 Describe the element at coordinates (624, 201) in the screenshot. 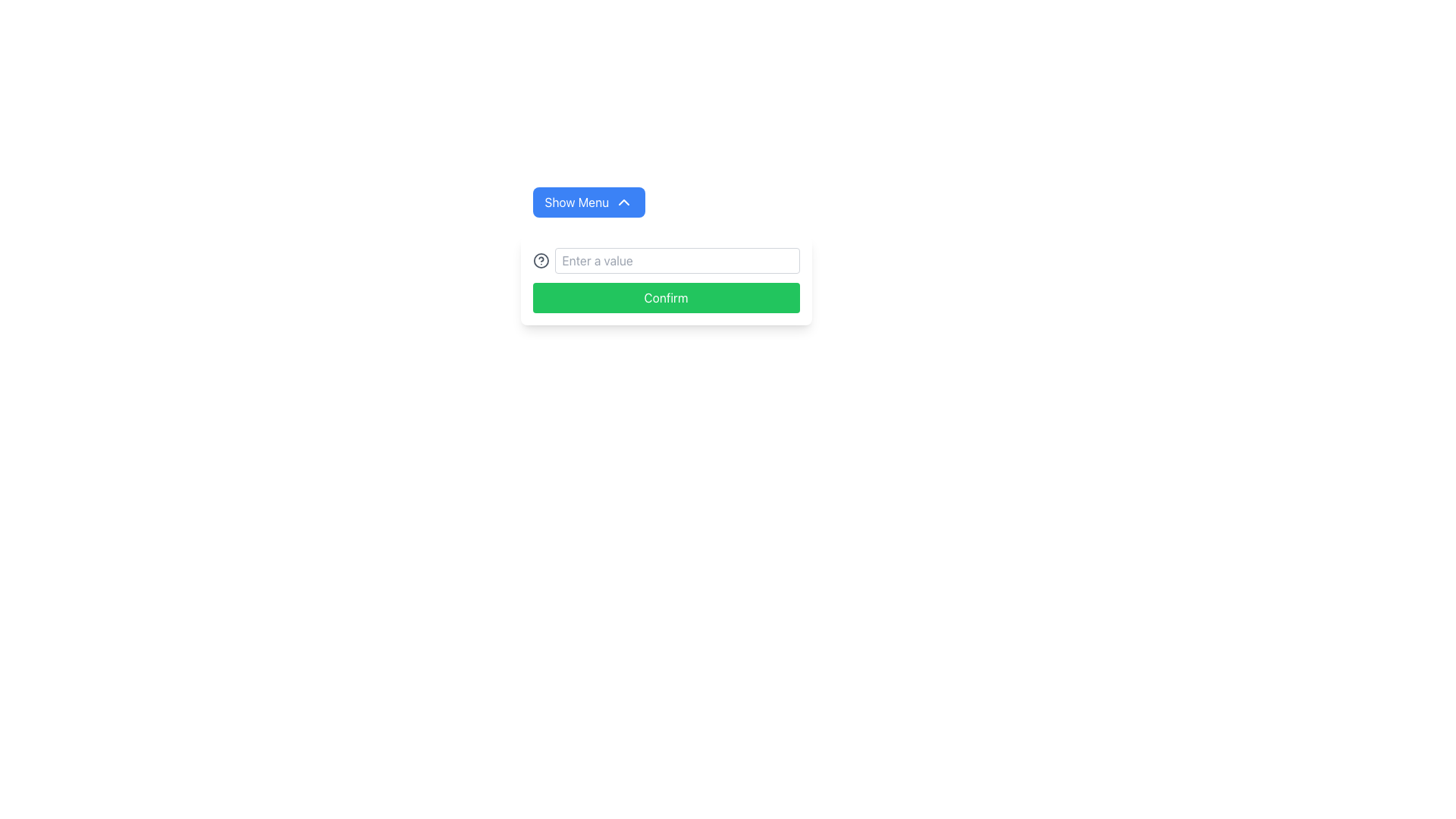

I see `the chevron icon at the far right end of the 'Show Menu' button` at that location.